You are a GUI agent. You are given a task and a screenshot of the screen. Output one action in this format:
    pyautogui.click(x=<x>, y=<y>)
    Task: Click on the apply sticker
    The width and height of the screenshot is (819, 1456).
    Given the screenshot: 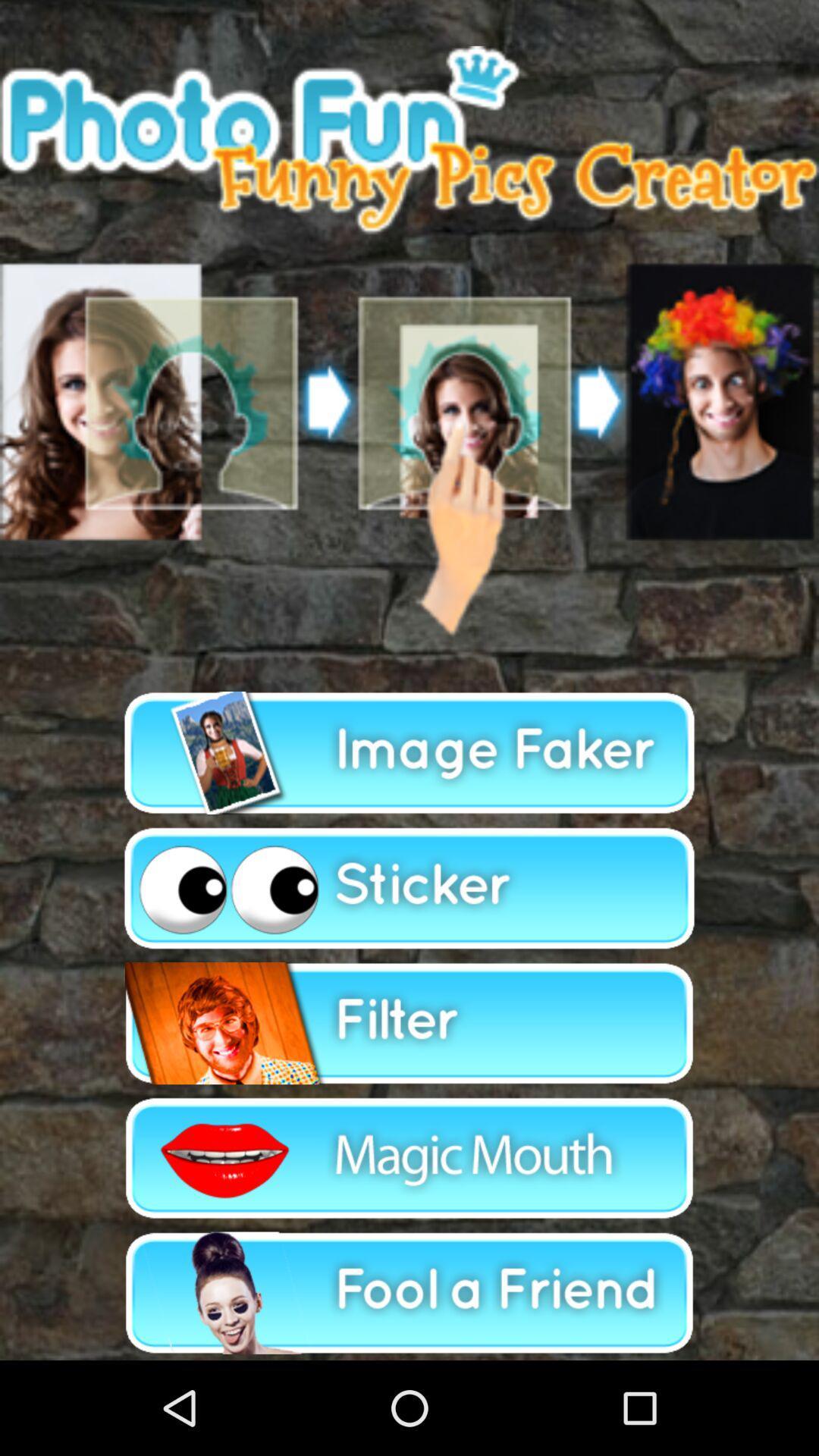 What is the action you would take?
    pyautogui.click(x=409, y=888)
    